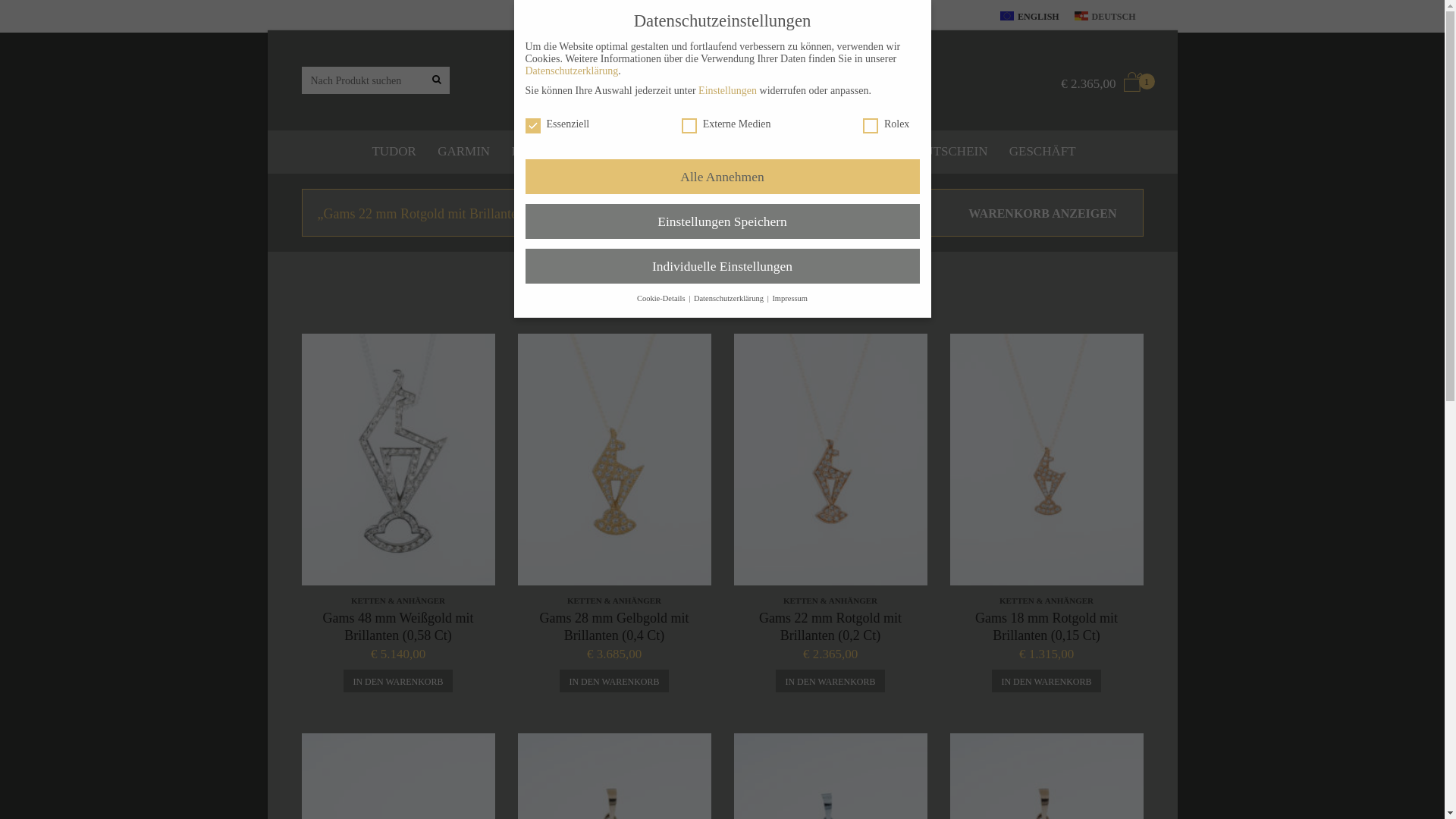 The width and height of the screenshot is (1456, 819). Describe the element at coordinates (1105, 16) in the screenshot. I see `'DEUTSCH'` at that location.